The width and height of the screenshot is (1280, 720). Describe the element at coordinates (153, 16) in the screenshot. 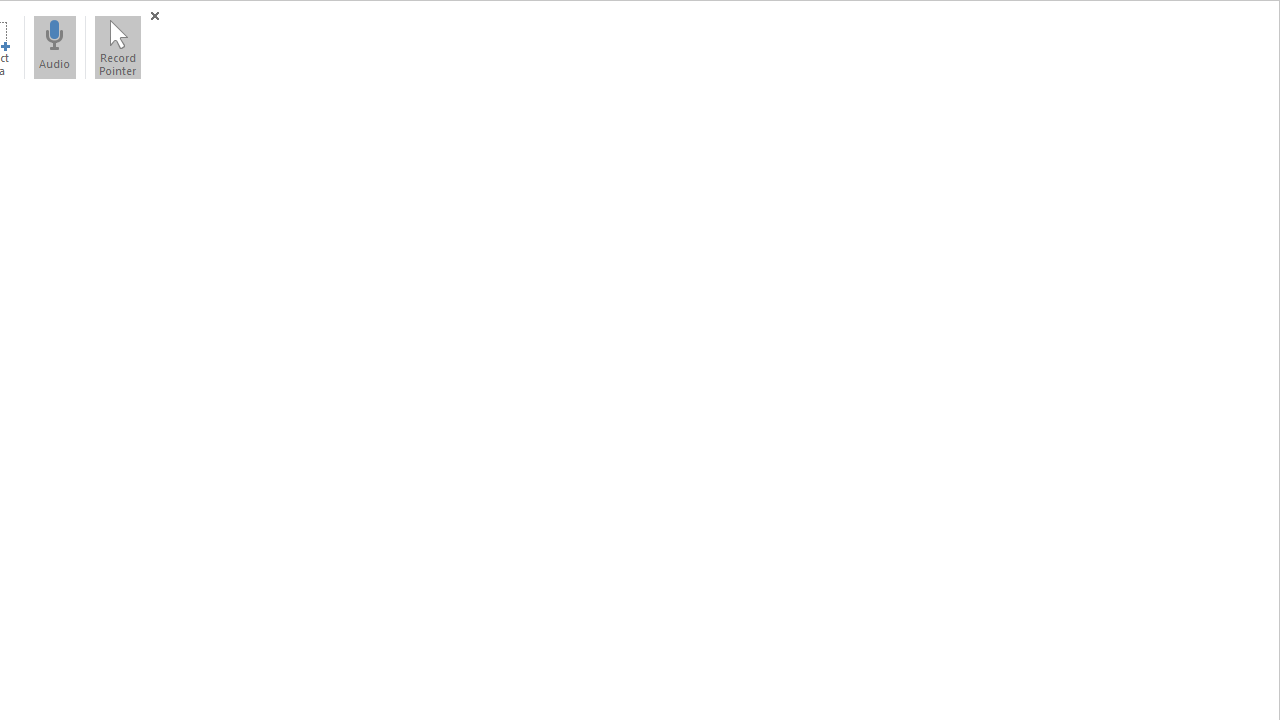

I see `'Close (Windows logo key+Shift+Q)'` at that location.